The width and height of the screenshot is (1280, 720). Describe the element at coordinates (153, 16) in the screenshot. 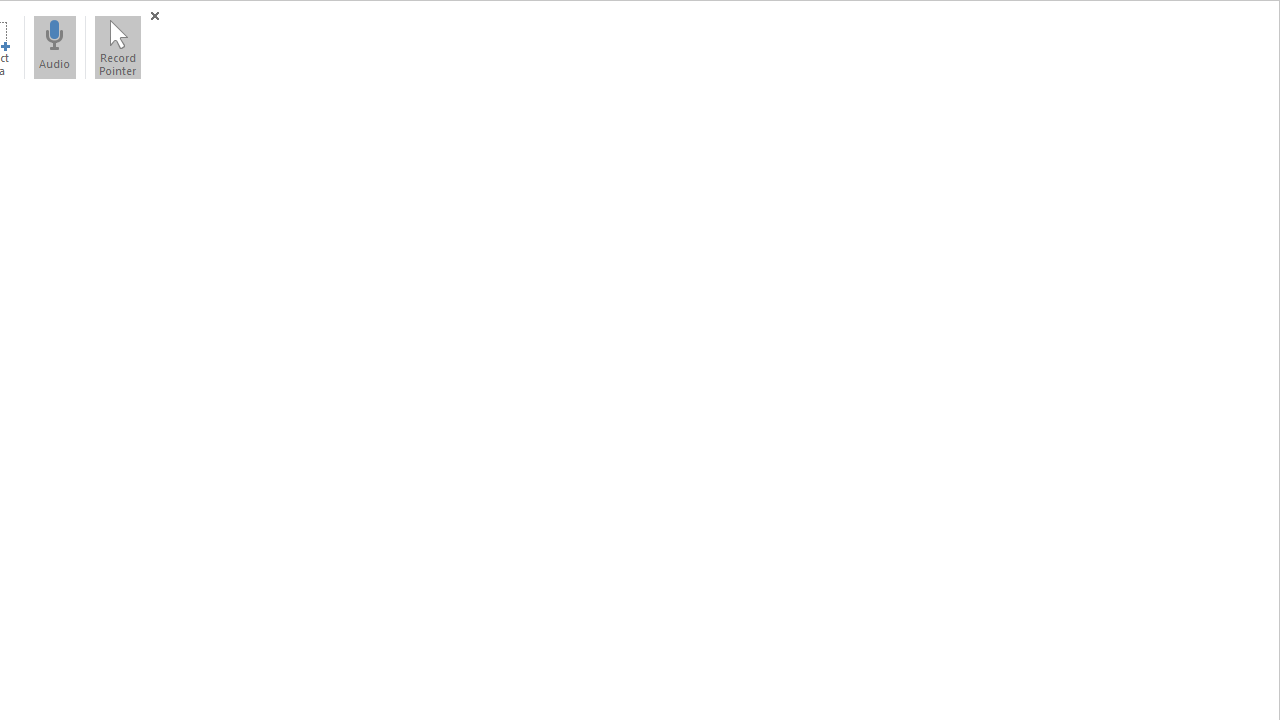

I see `'Close (Windows logo key+Shift+Q)'` at that location.